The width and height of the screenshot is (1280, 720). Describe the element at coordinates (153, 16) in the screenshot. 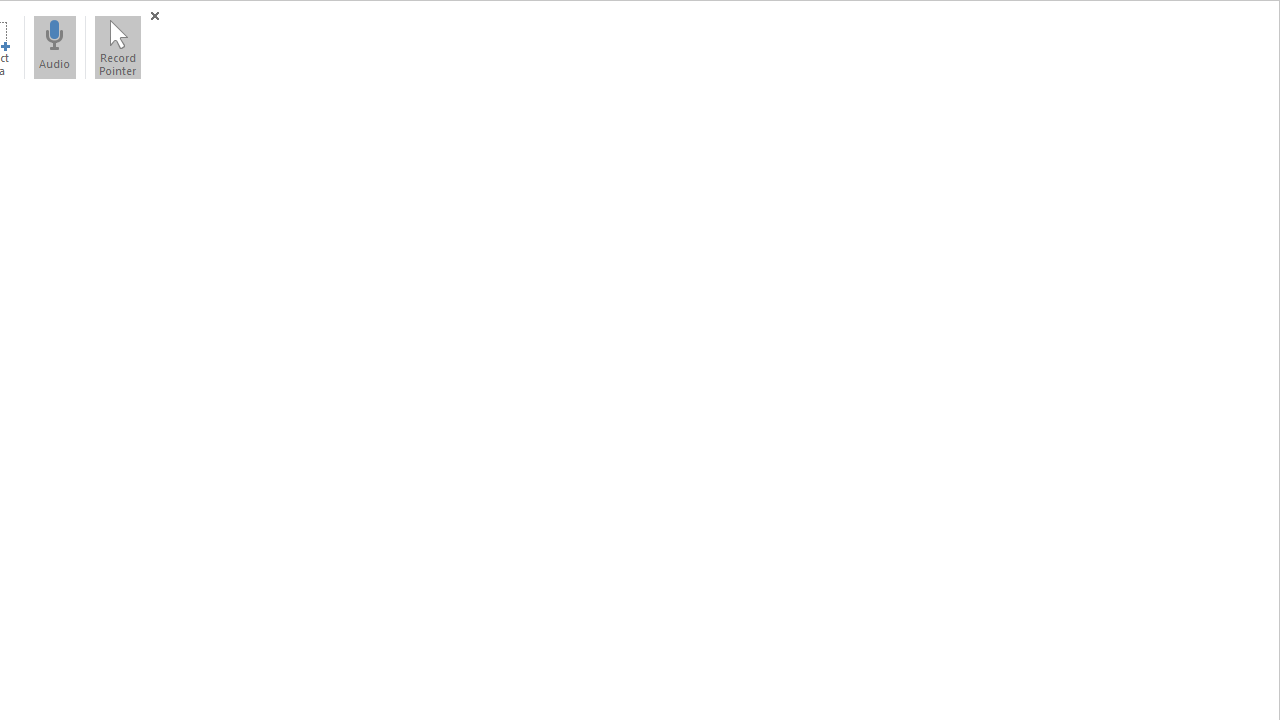

I see `'Close (Windows logo key+Shift+Q)'` at that location.